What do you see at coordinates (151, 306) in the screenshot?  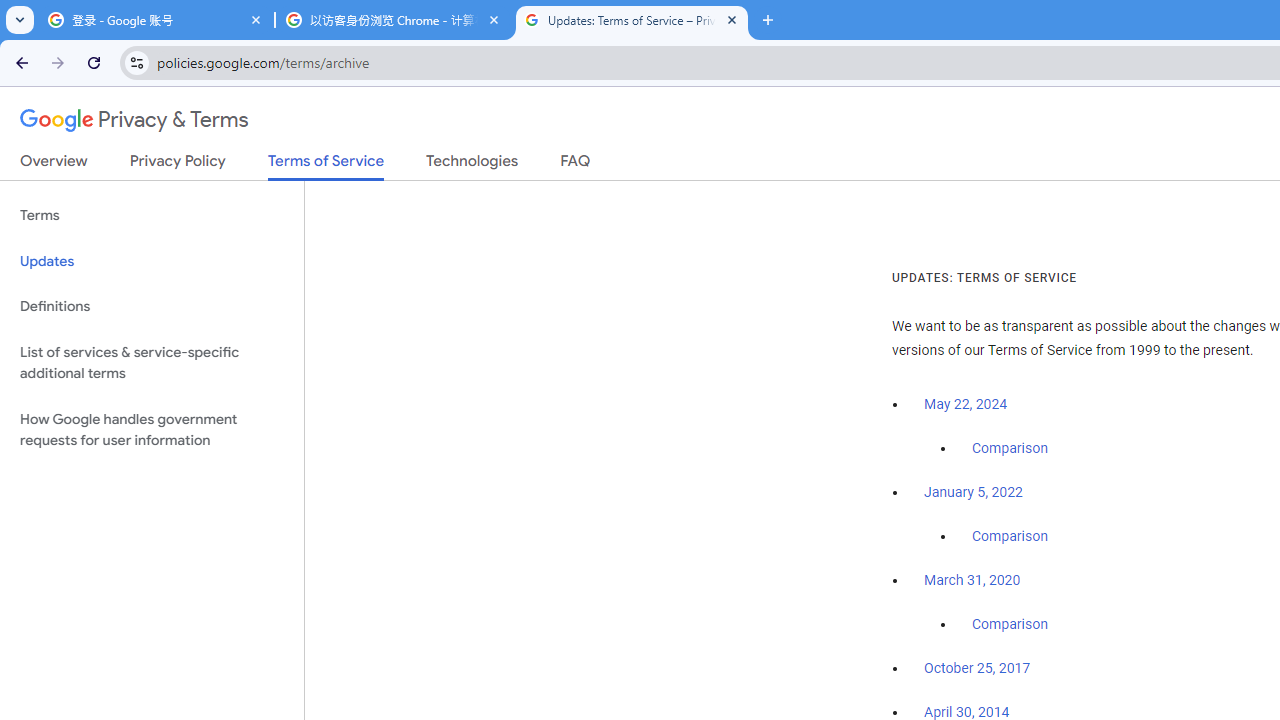 I see `'Definitions'` at bounding box center [151, 306].